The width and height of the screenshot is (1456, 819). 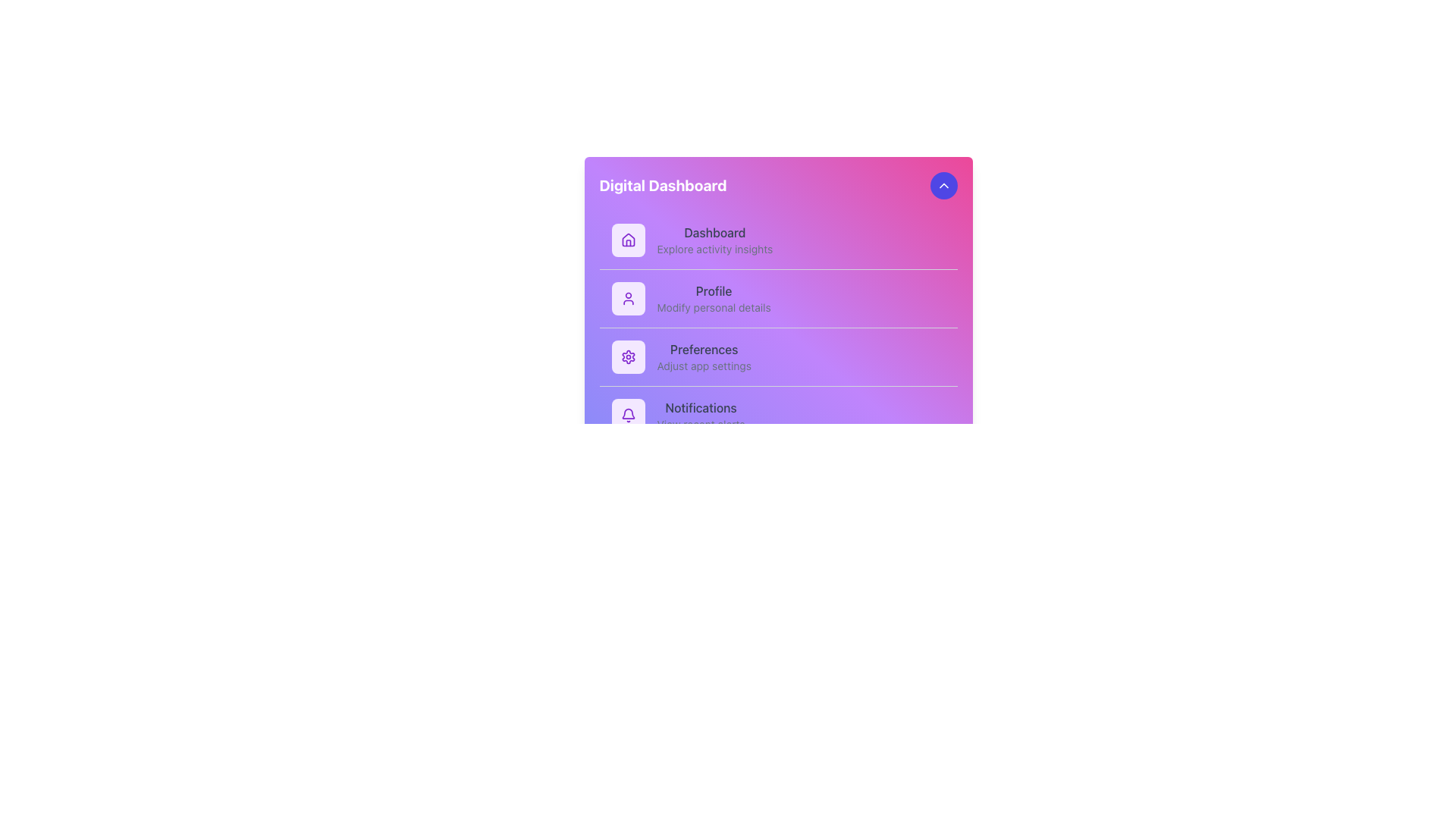 I want to click on the small gear icon on the left side of the 'Preferences' option in the Digital Dashboard interface, so click(x=628, y=356).